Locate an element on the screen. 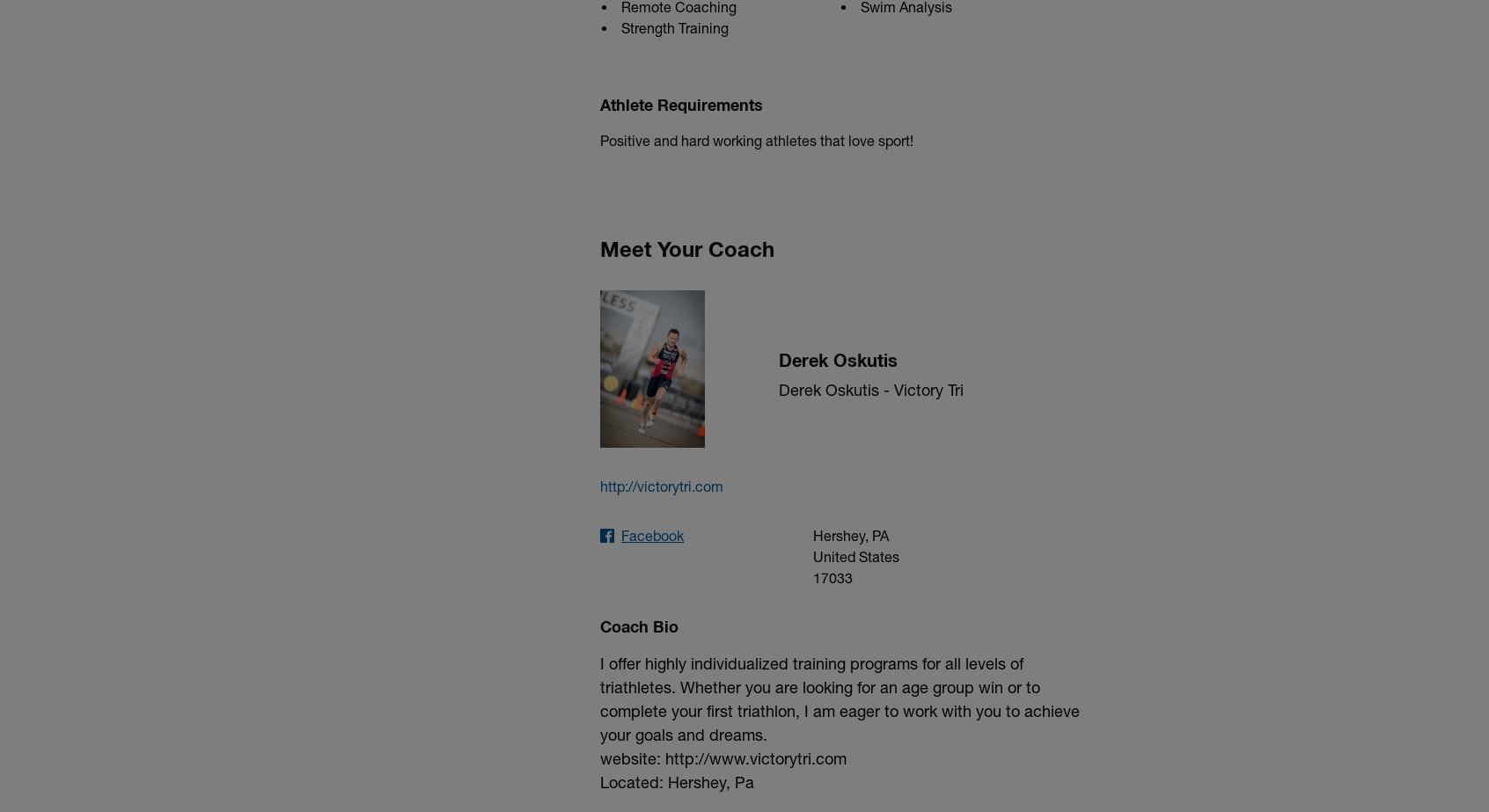  'Hershey, PA' is located at coordinates (849, 533).